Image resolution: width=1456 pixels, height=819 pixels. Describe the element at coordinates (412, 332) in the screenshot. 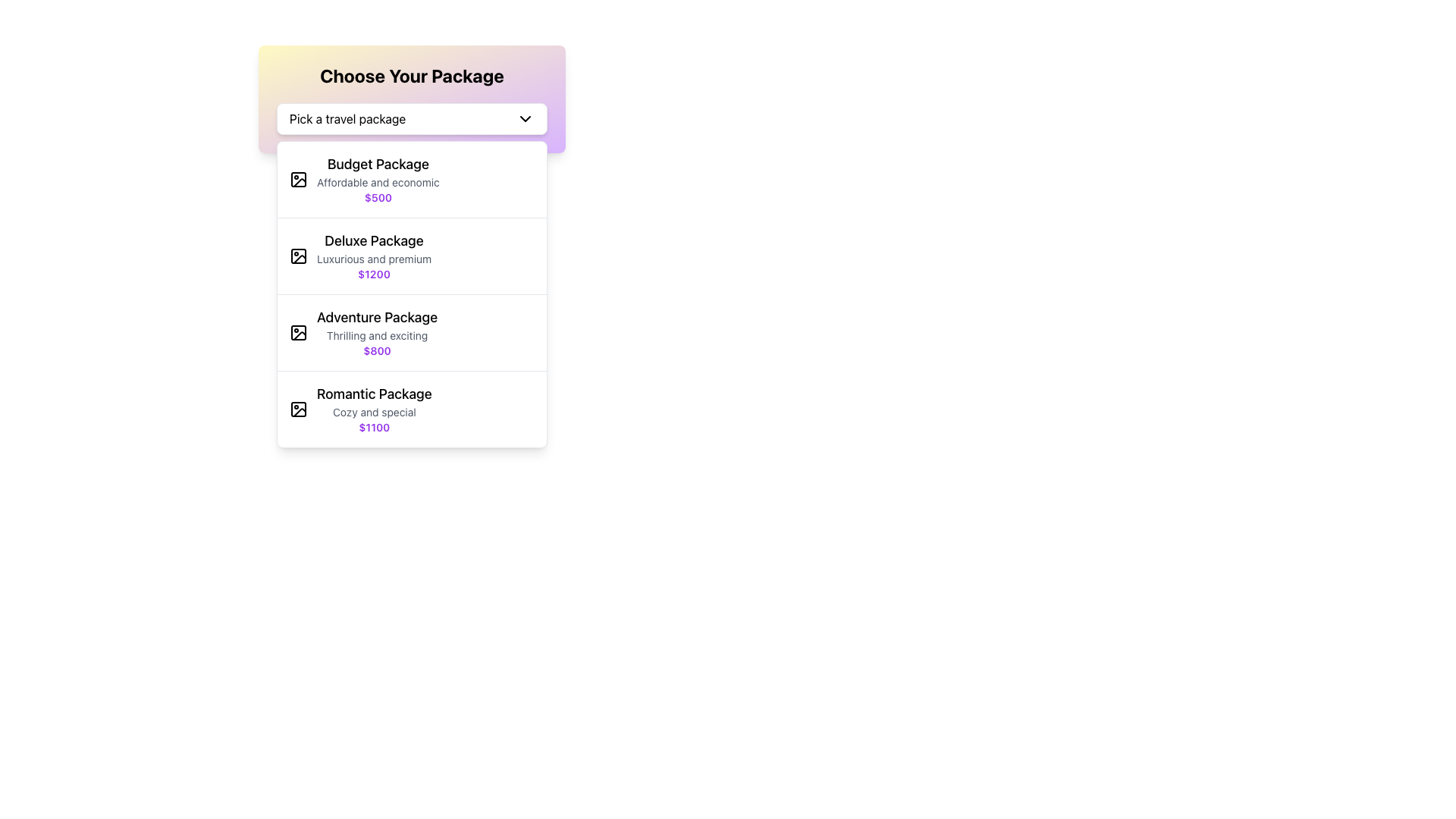

I see `the selectable list item labeled 'Adventure Package' in the dropdown menu` at that location.